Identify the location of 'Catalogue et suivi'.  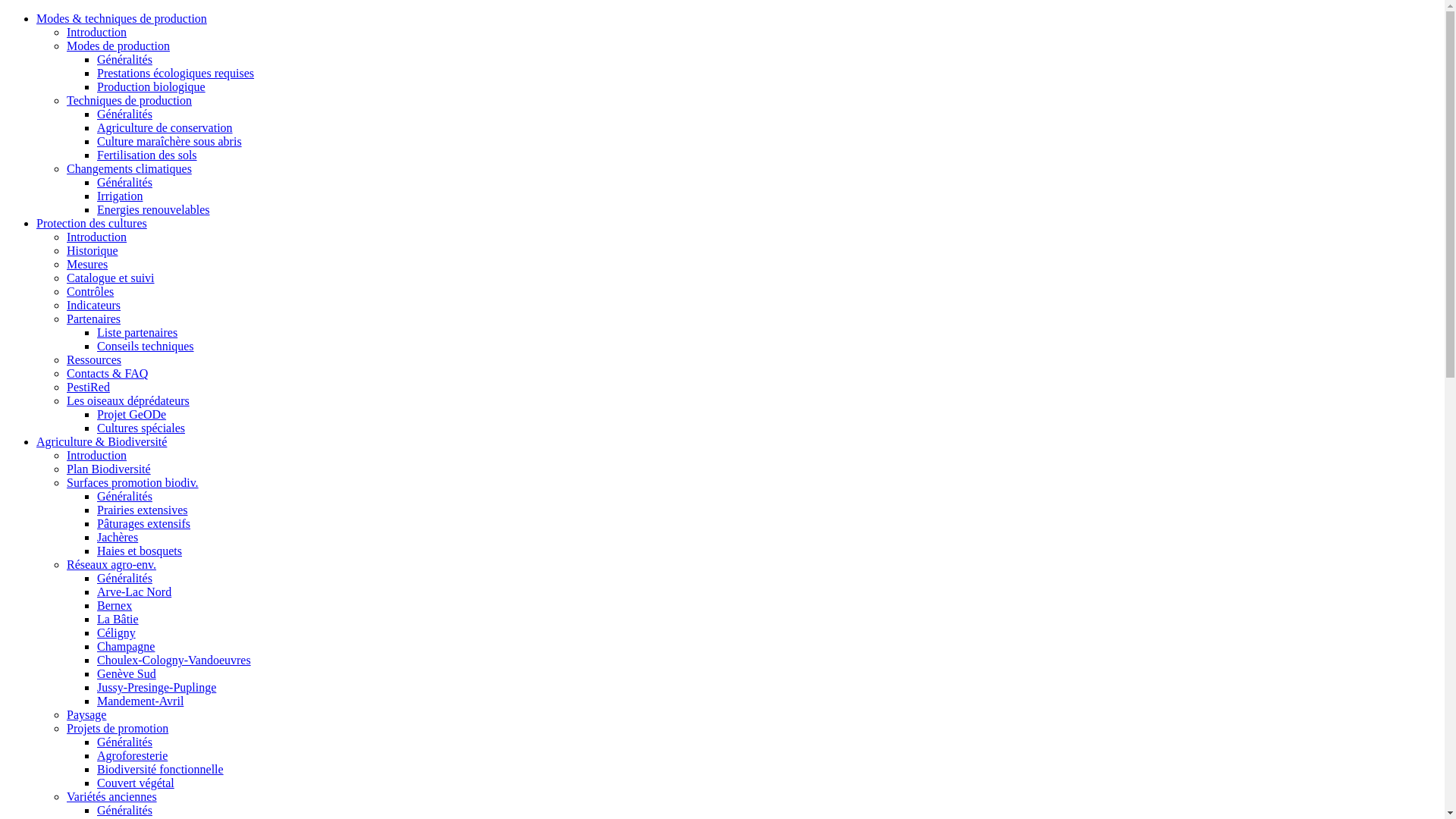
(109, 278).